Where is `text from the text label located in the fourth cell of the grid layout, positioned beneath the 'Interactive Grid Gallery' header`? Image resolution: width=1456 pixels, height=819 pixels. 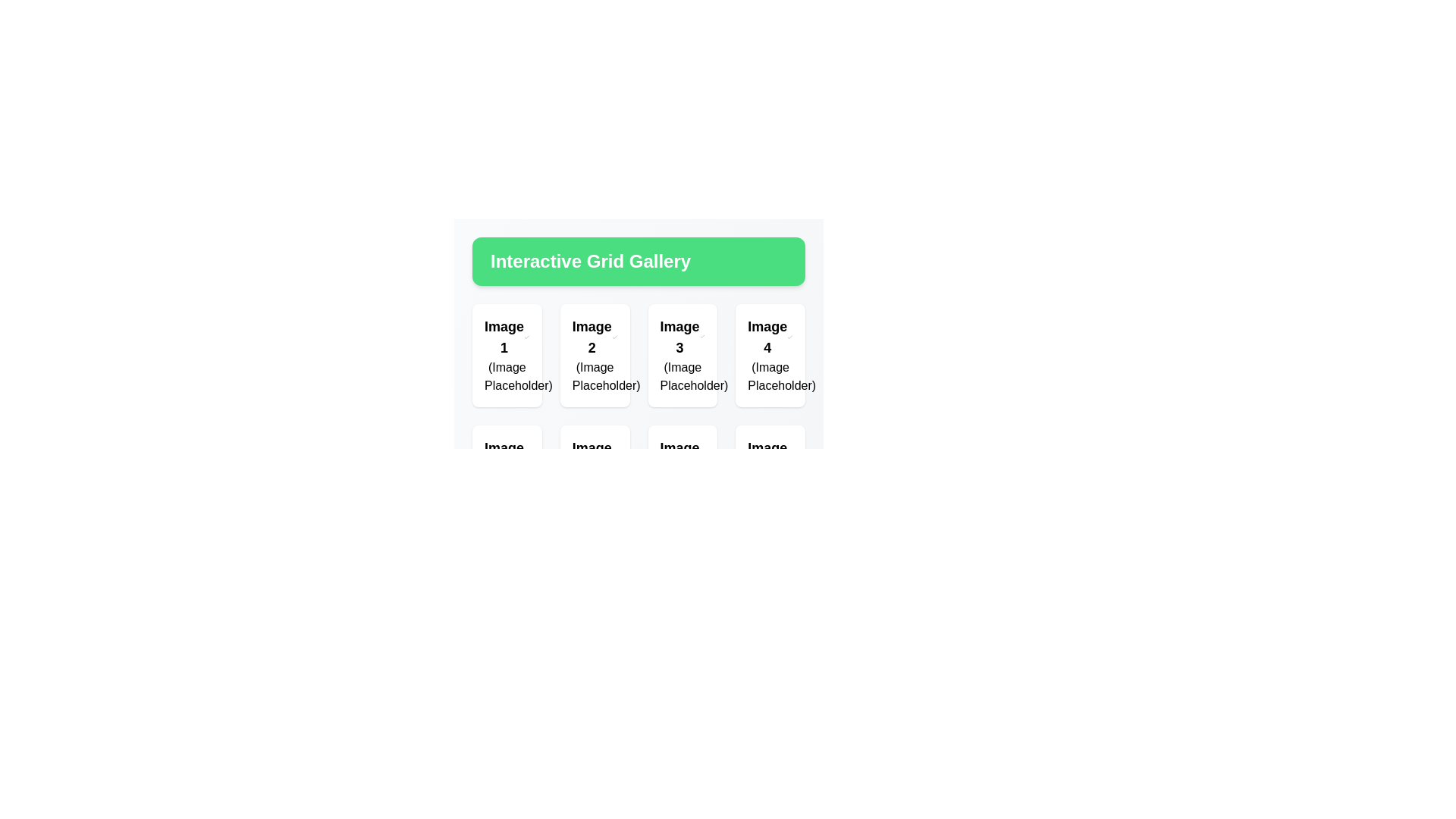 text from the text label located in the fourth cell of the grid layout, positioned beneath the 'Interactive Grid Gallery' header is located at coordinates (770, 336).